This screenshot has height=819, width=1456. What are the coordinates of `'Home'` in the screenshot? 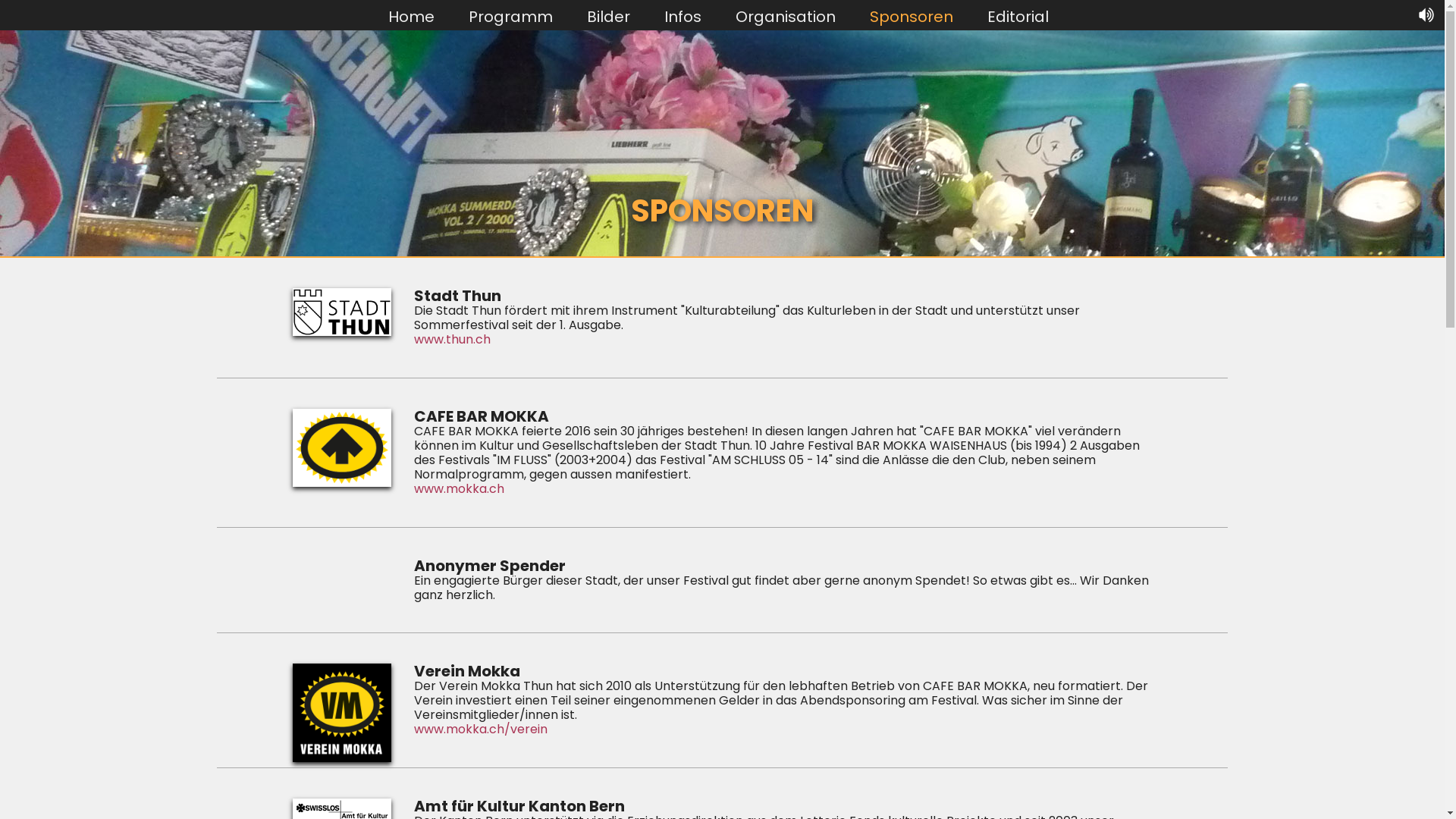 It's located at (411, 15).